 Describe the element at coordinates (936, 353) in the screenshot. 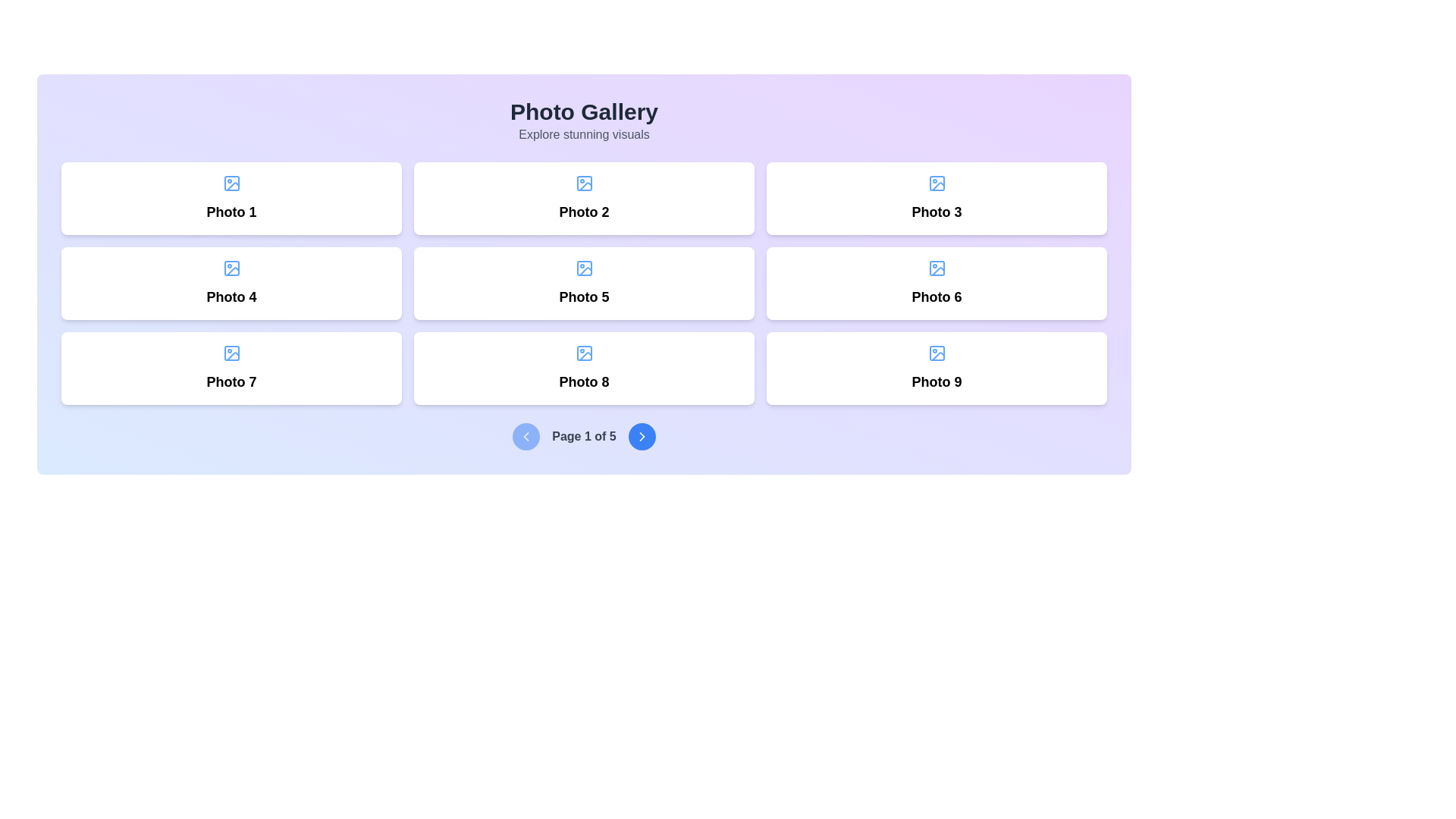

I see `the Icon depicting a placeholder image located in the bottom-right corner of the content labeled 'Photo 9' in the third row and third column of the grid` at that location.